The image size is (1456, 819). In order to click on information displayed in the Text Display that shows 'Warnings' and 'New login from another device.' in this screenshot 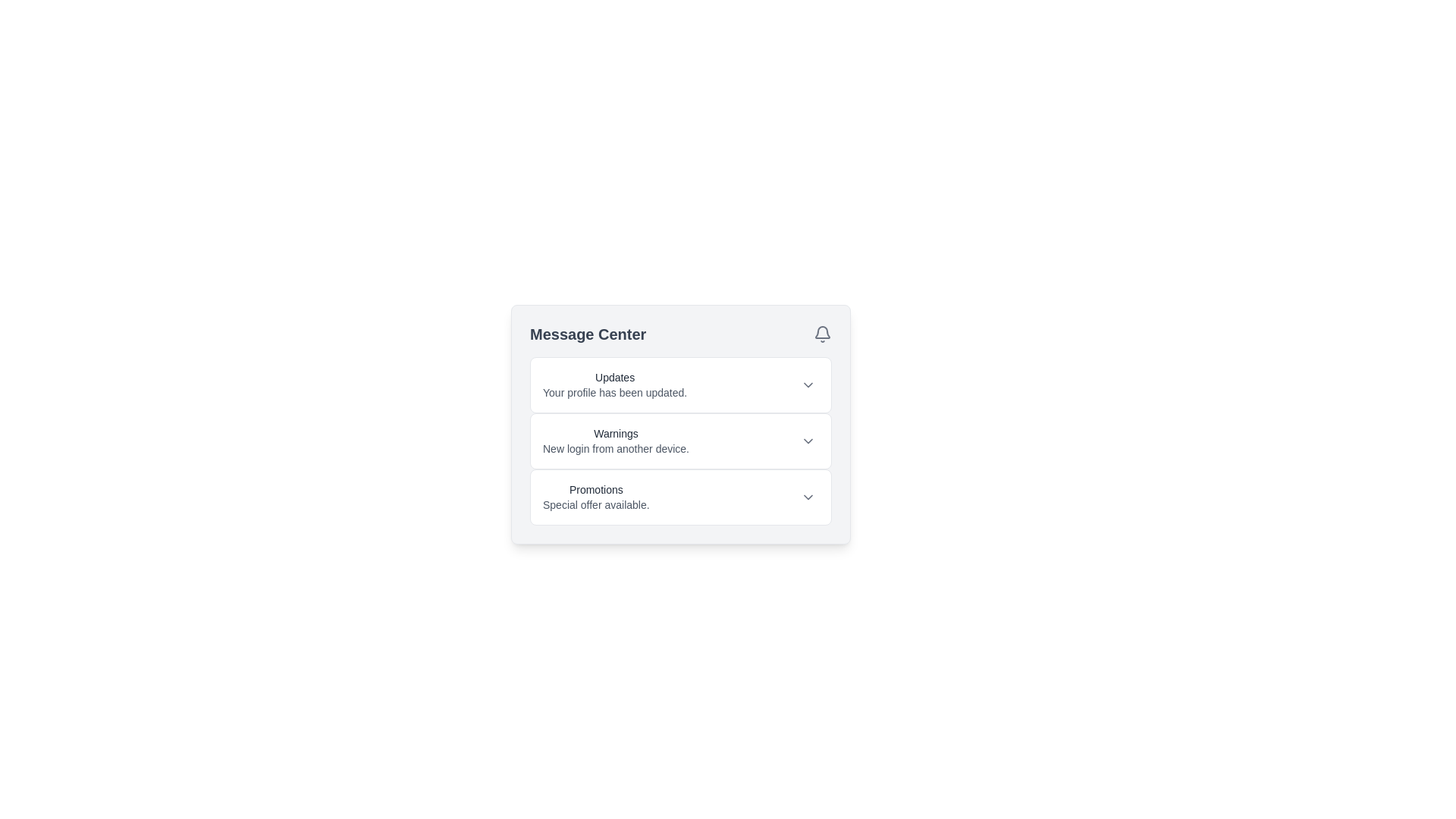, I will do `click(616, 441)`.